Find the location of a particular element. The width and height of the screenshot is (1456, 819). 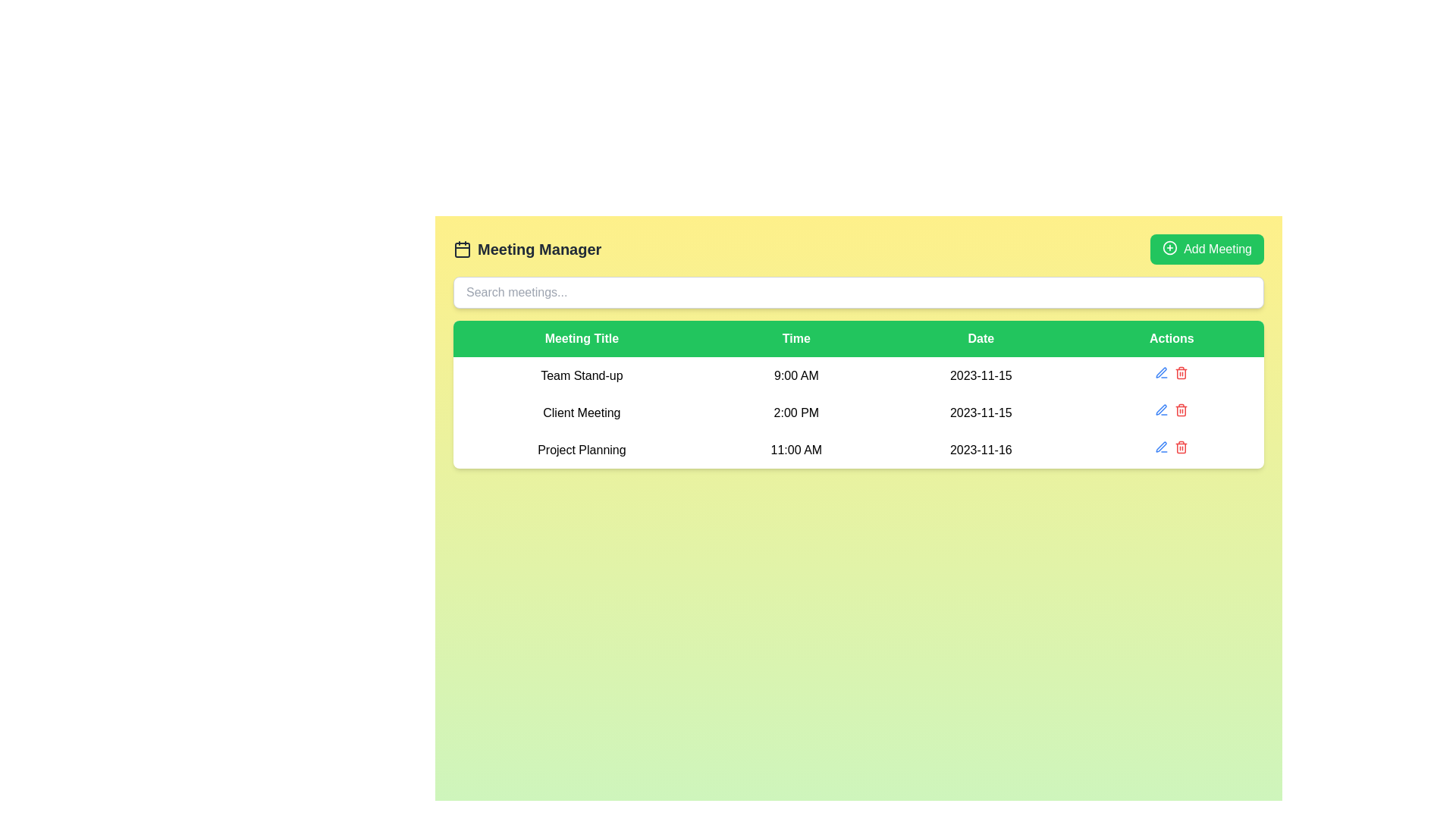

the 'Time' text label, which is styled with a bold white font on a vibrant green background, located centrally in the horizontal bar above the 'Time' column is located at coordinates (795, 338).